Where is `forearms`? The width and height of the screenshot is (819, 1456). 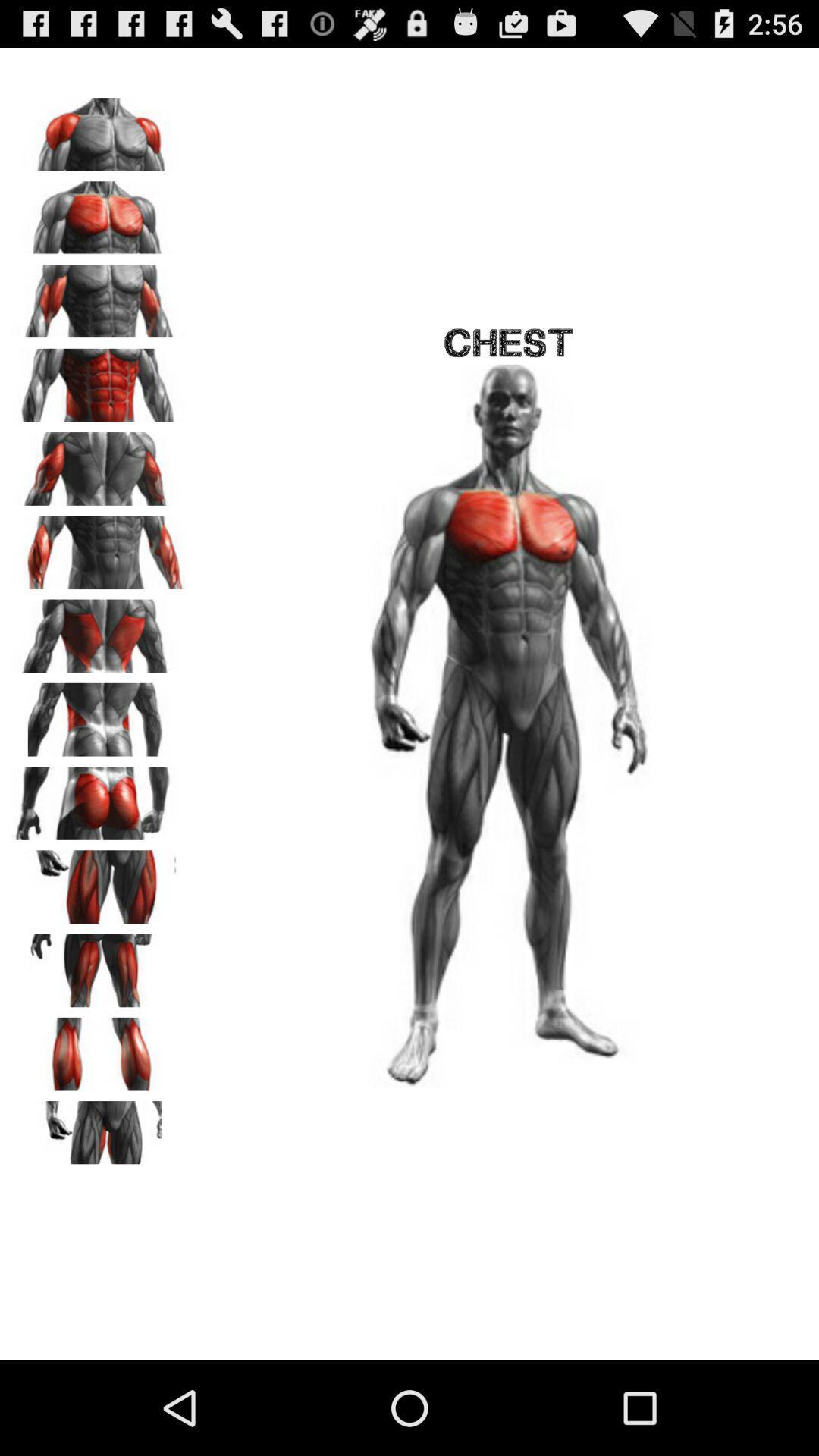
forearms is located at coordinates (99, 546).